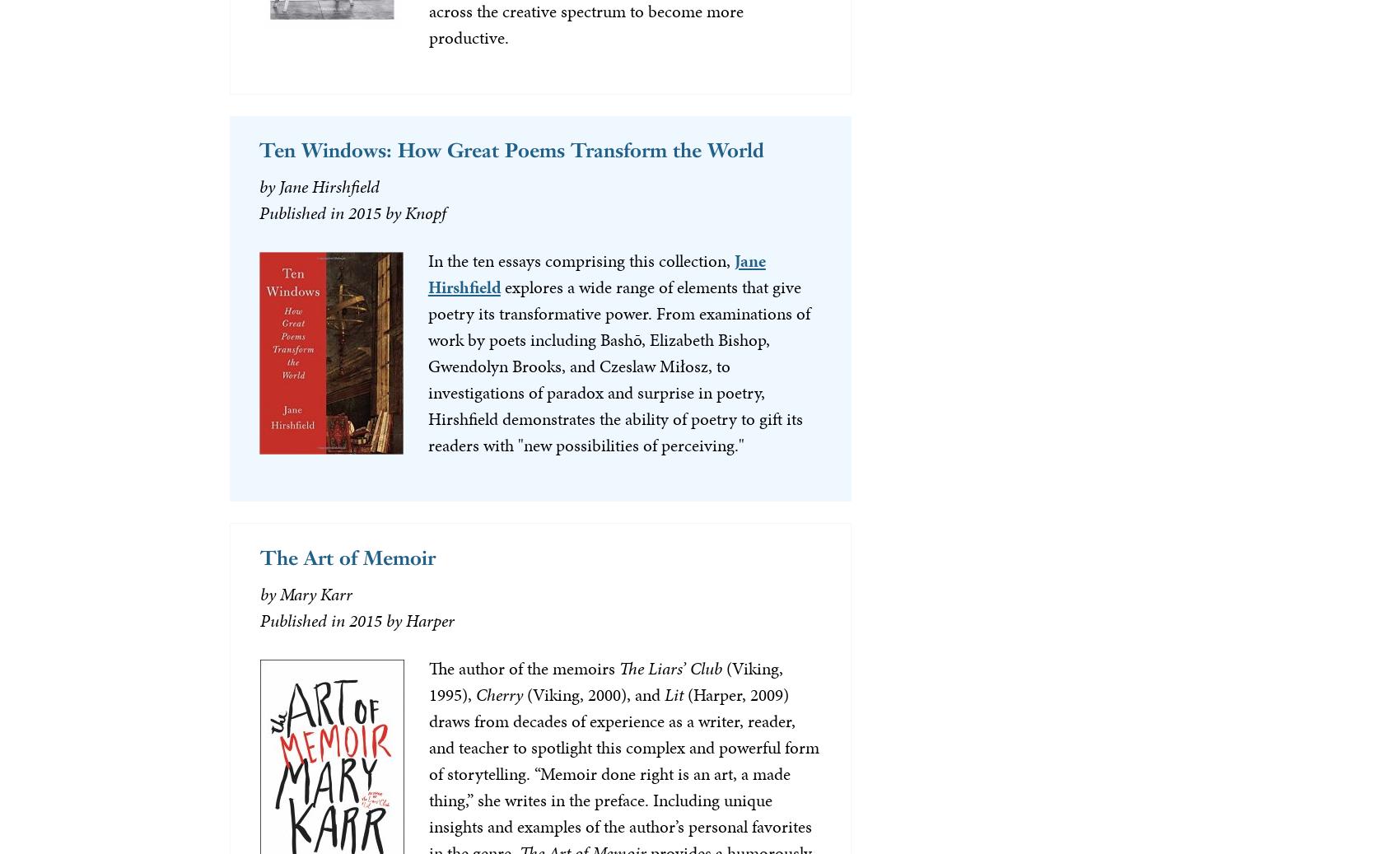  What do you see at coordinates (608, 707) in the screenshot?
I see `'(Harper, 2009) draws'` at bounding box center [608, 707].